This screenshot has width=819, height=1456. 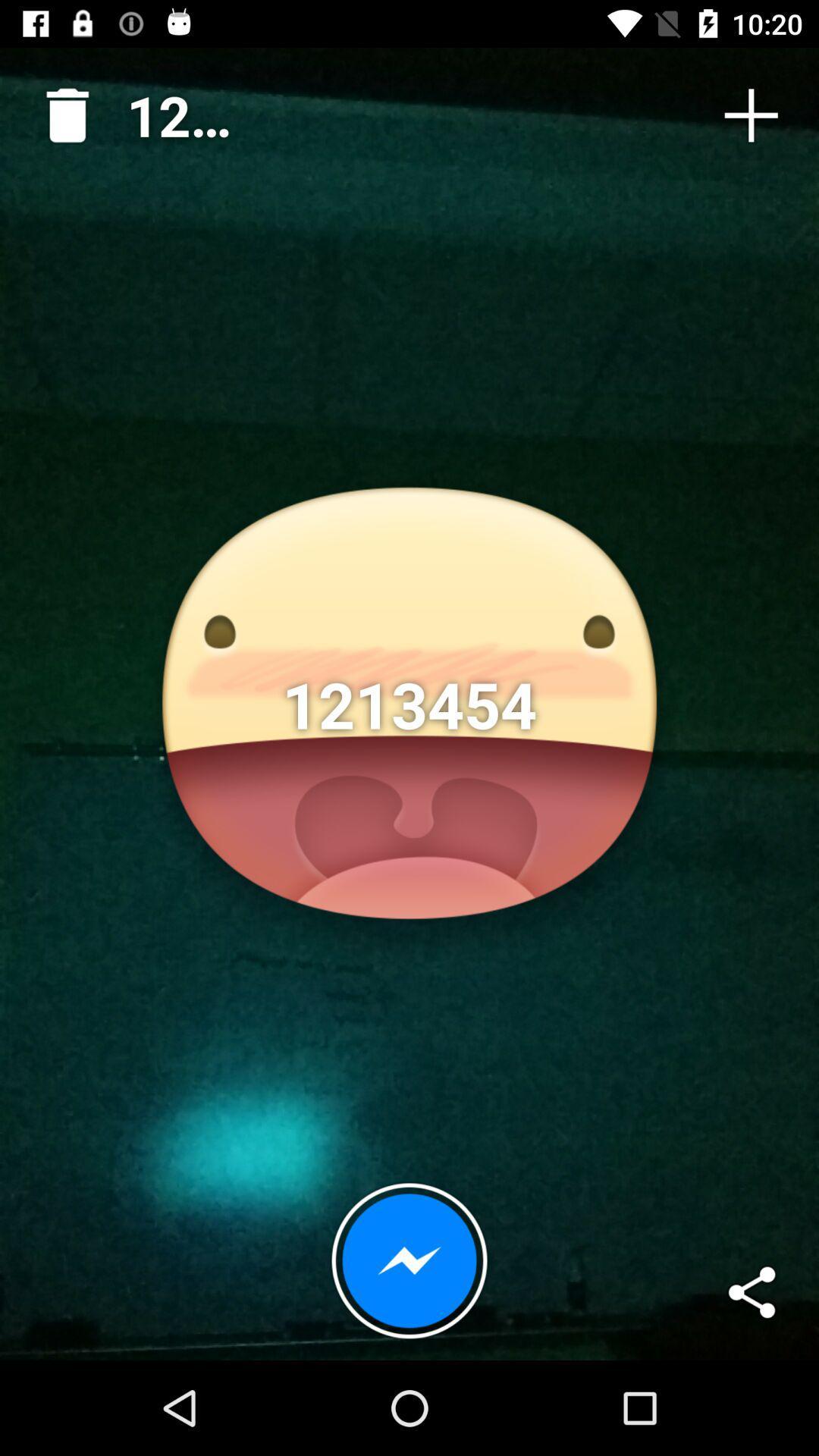 What do you see at coordinates (751, 115) in the screenshot?
I see `the add icon` at bounding box center [751, 115].